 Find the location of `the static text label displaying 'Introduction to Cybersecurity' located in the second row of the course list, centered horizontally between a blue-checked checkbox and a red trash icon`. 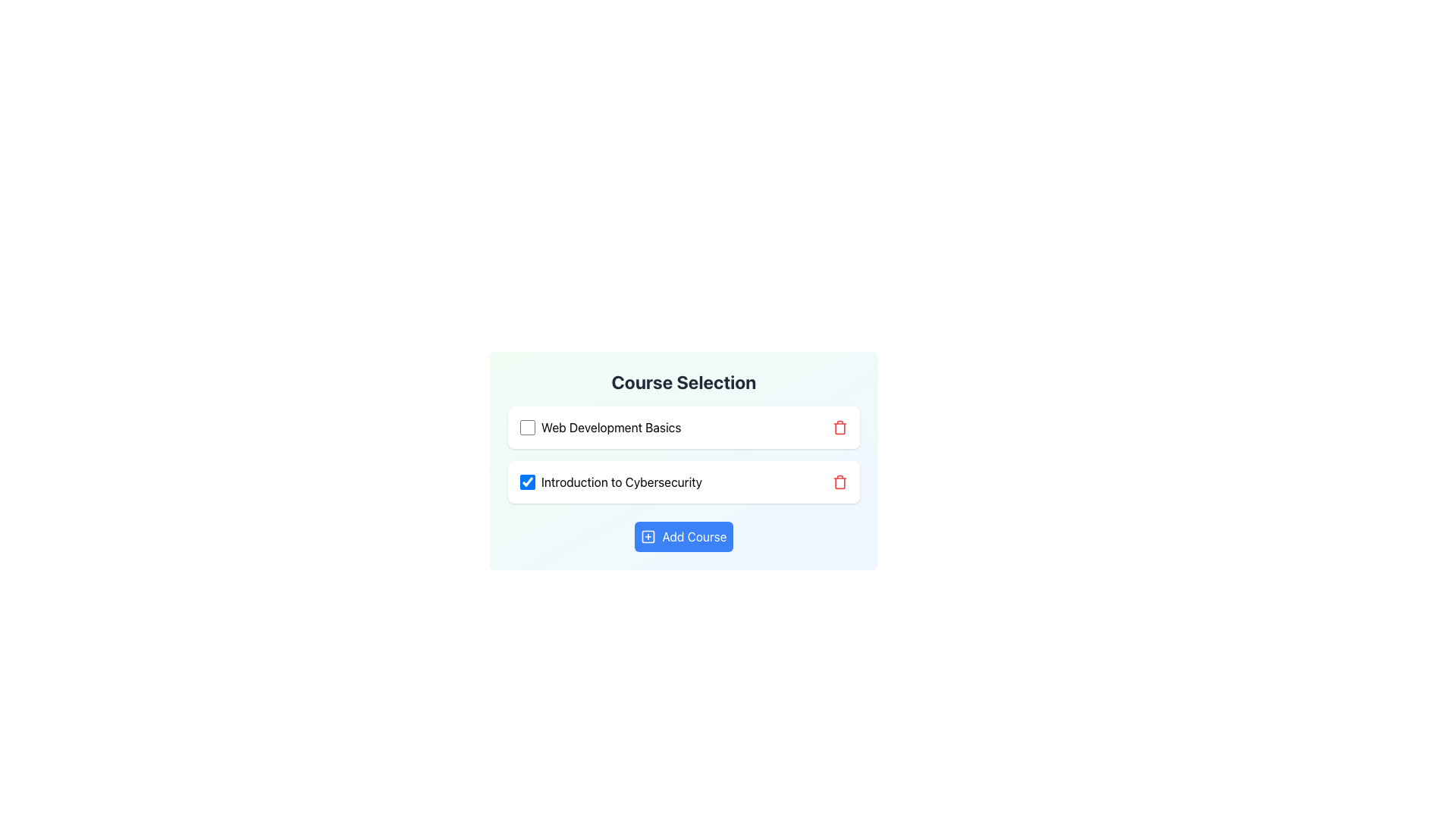

the static text label displaying 'Introduction to Cybersecurity' located in the second row of the course list, centered horizontally between a blue-checked checkbox and a red trash icon is located at coordinates (622, 482).